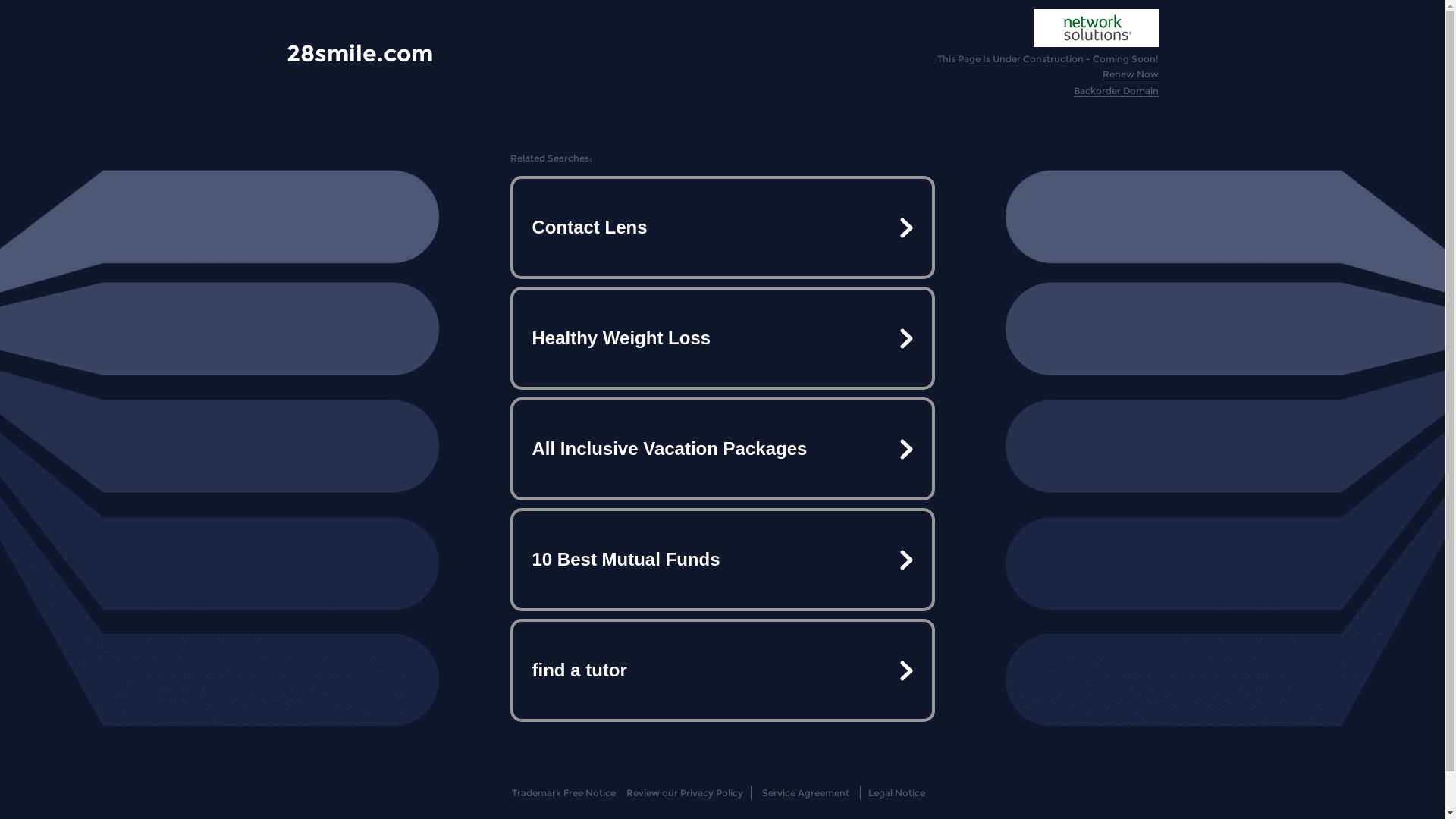 The image size is (1456, 819). What do you see at coordinates (805, 792) in the screenshot?
I see `'Service Agreement'` at bounding box center [805, 792].